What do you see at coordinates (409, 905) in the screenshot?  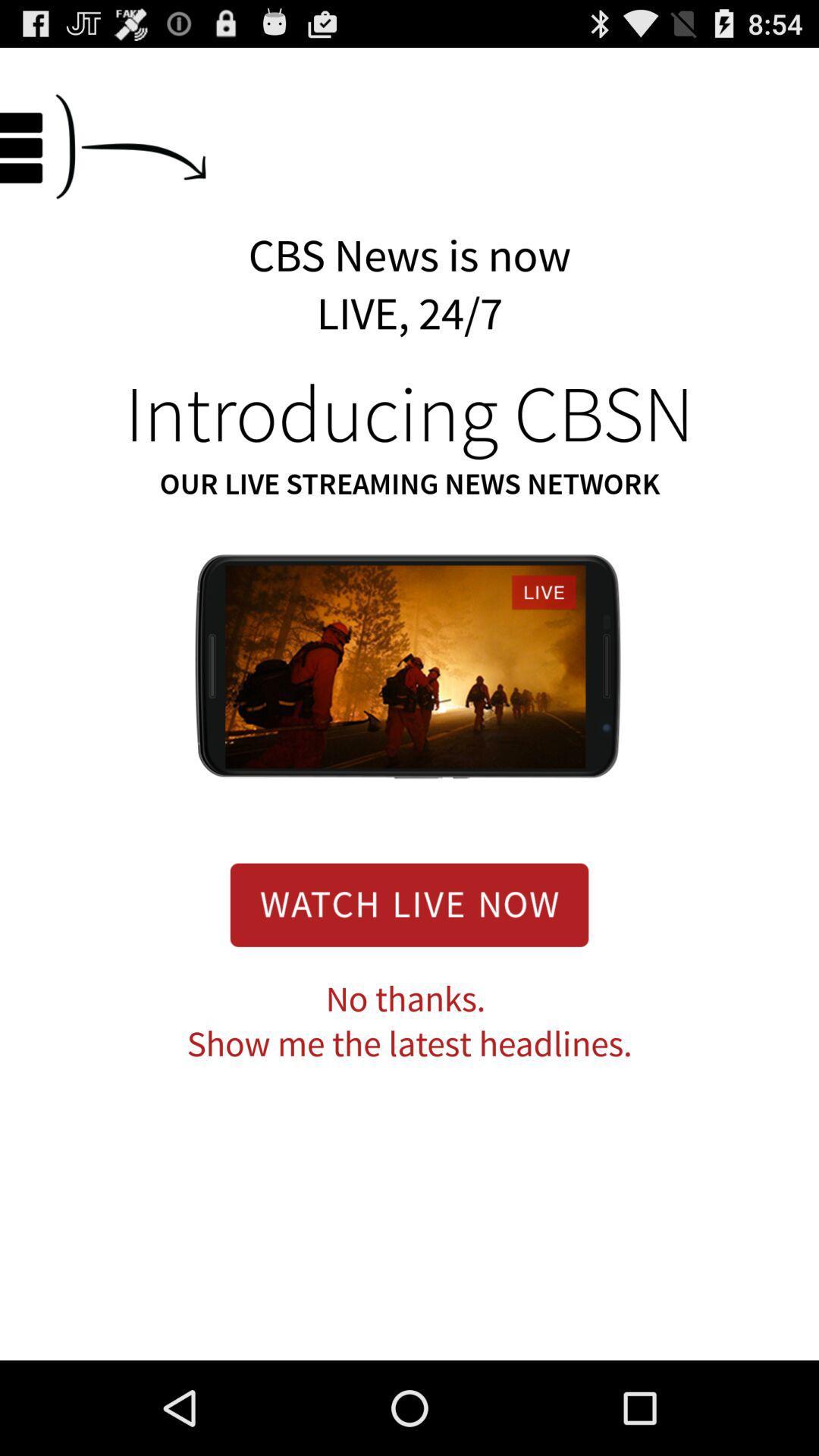 I see `watch live` at bounding box center [409, 905].